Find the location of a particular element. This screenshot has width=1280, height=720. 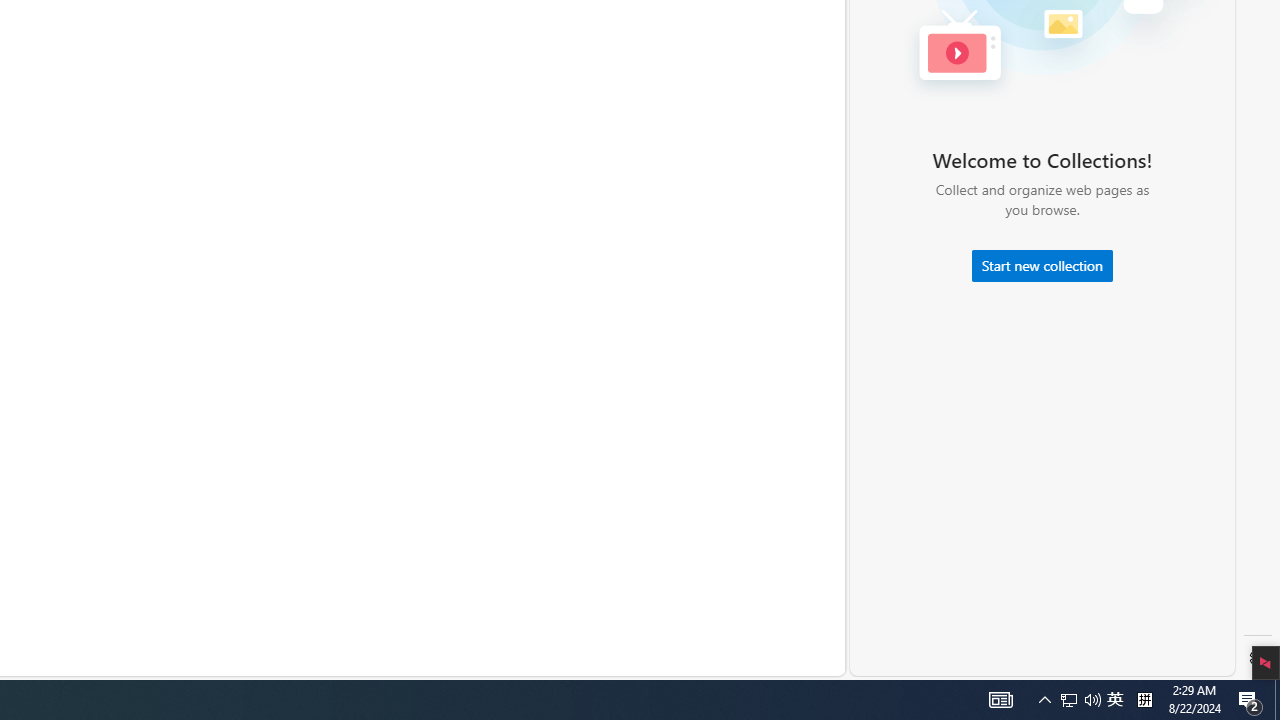

'Start new collection' is located at coordinates (1041, 264).